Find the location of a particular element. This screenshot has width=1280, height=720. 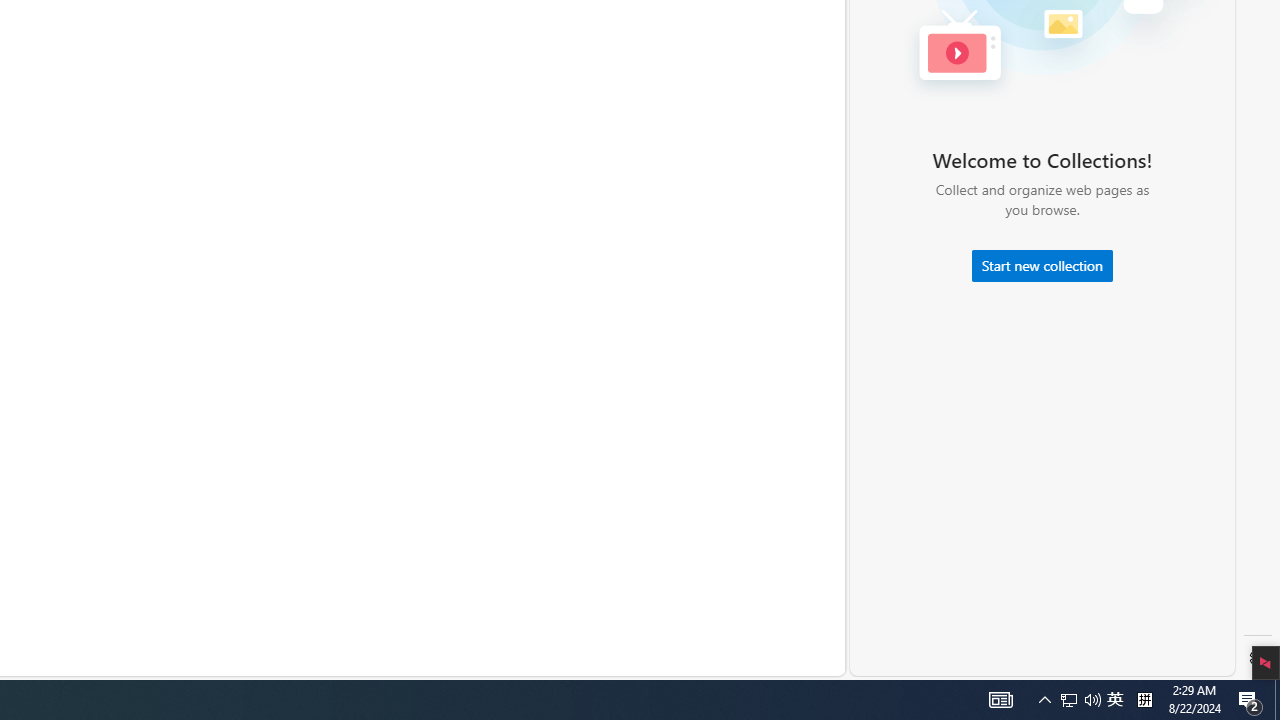

'Start new collection' is located at coordinates (1041, 264).